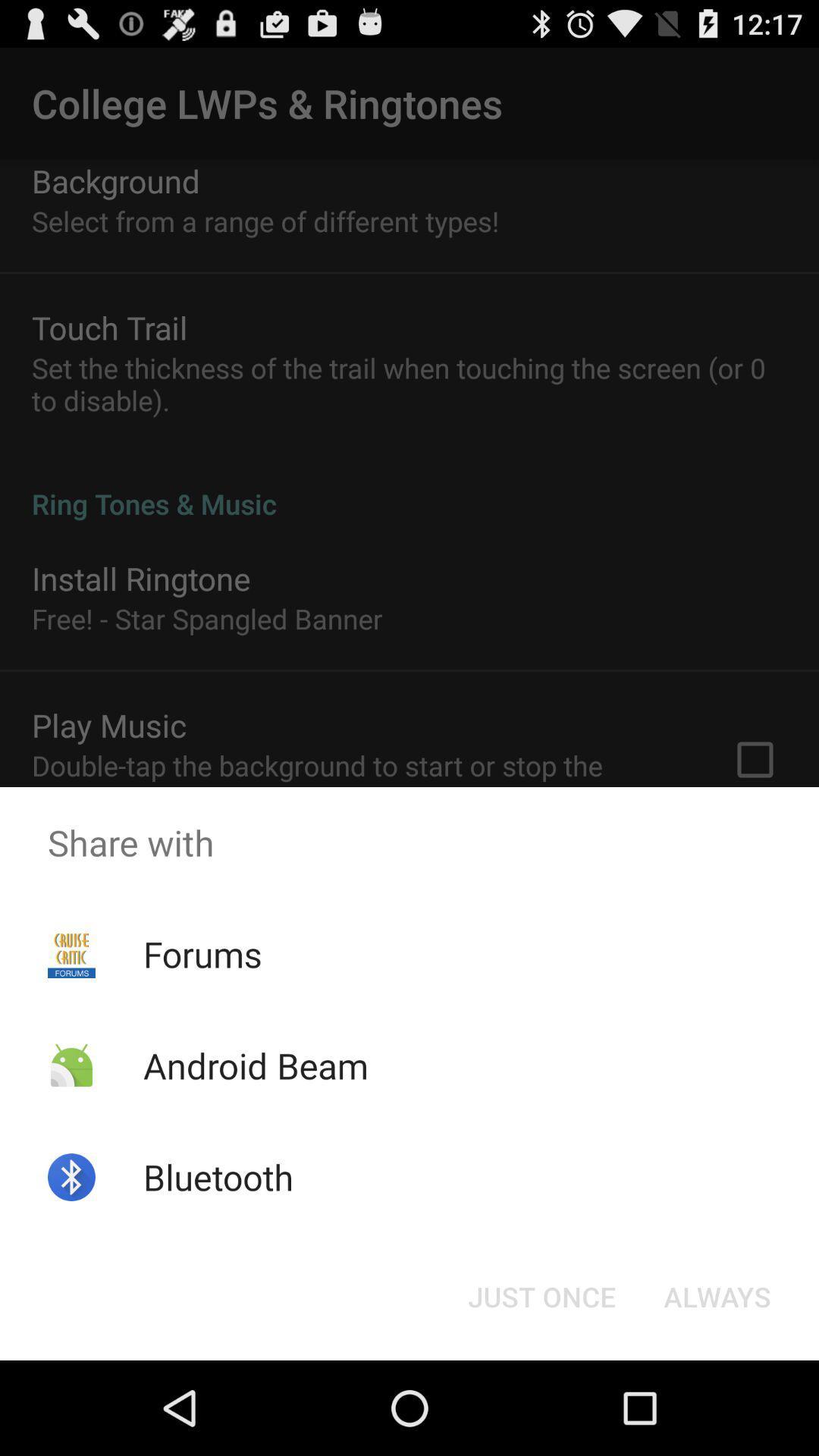  Describe the element at coordinates (202, 953) in the screenshot. I see `forums app` at that location.